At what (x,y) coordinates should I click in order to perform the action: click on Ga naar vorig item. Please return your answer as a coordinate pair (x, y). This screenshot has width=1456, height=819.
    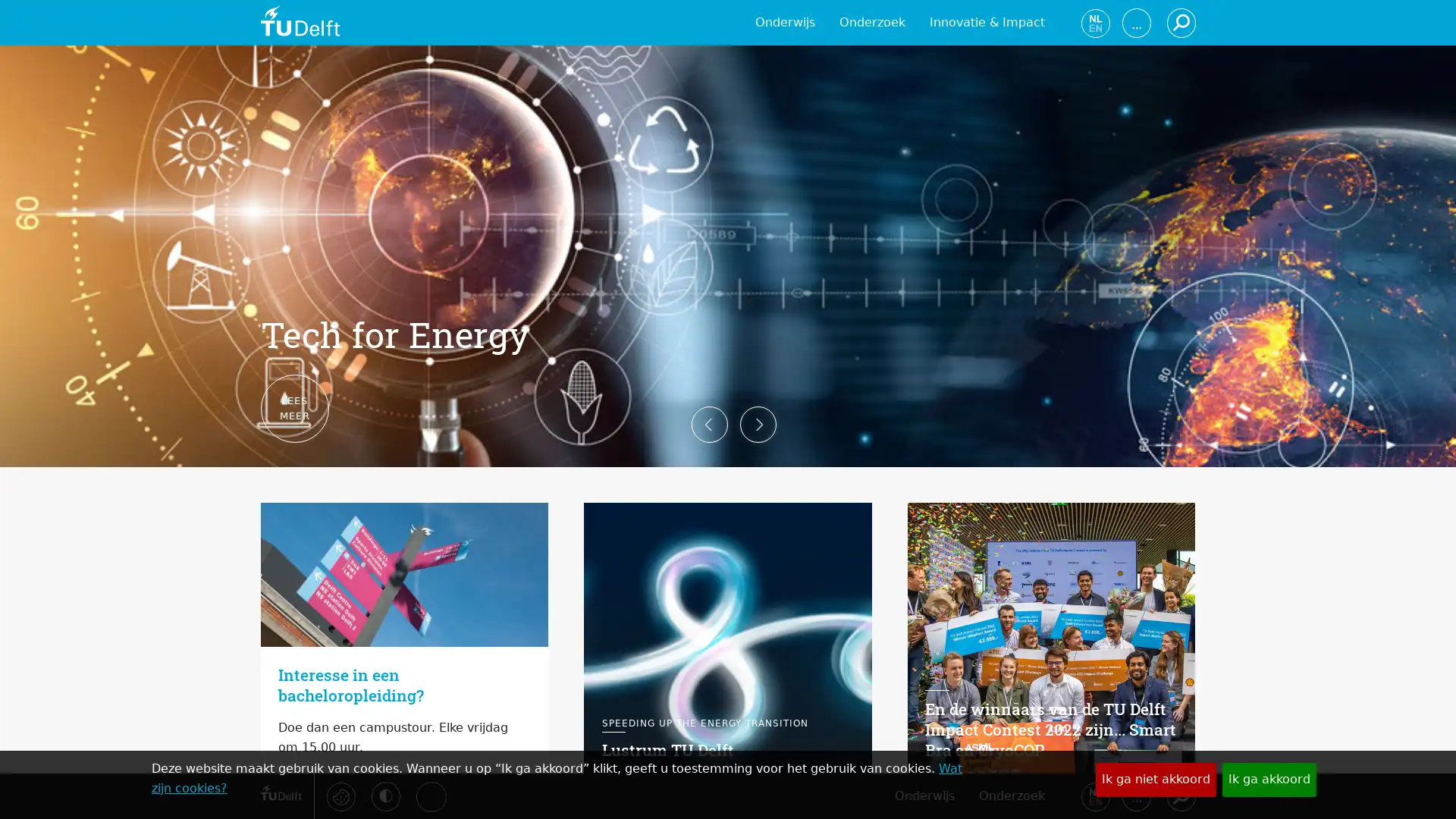
    Looking at the image, I should click on (236, 409).